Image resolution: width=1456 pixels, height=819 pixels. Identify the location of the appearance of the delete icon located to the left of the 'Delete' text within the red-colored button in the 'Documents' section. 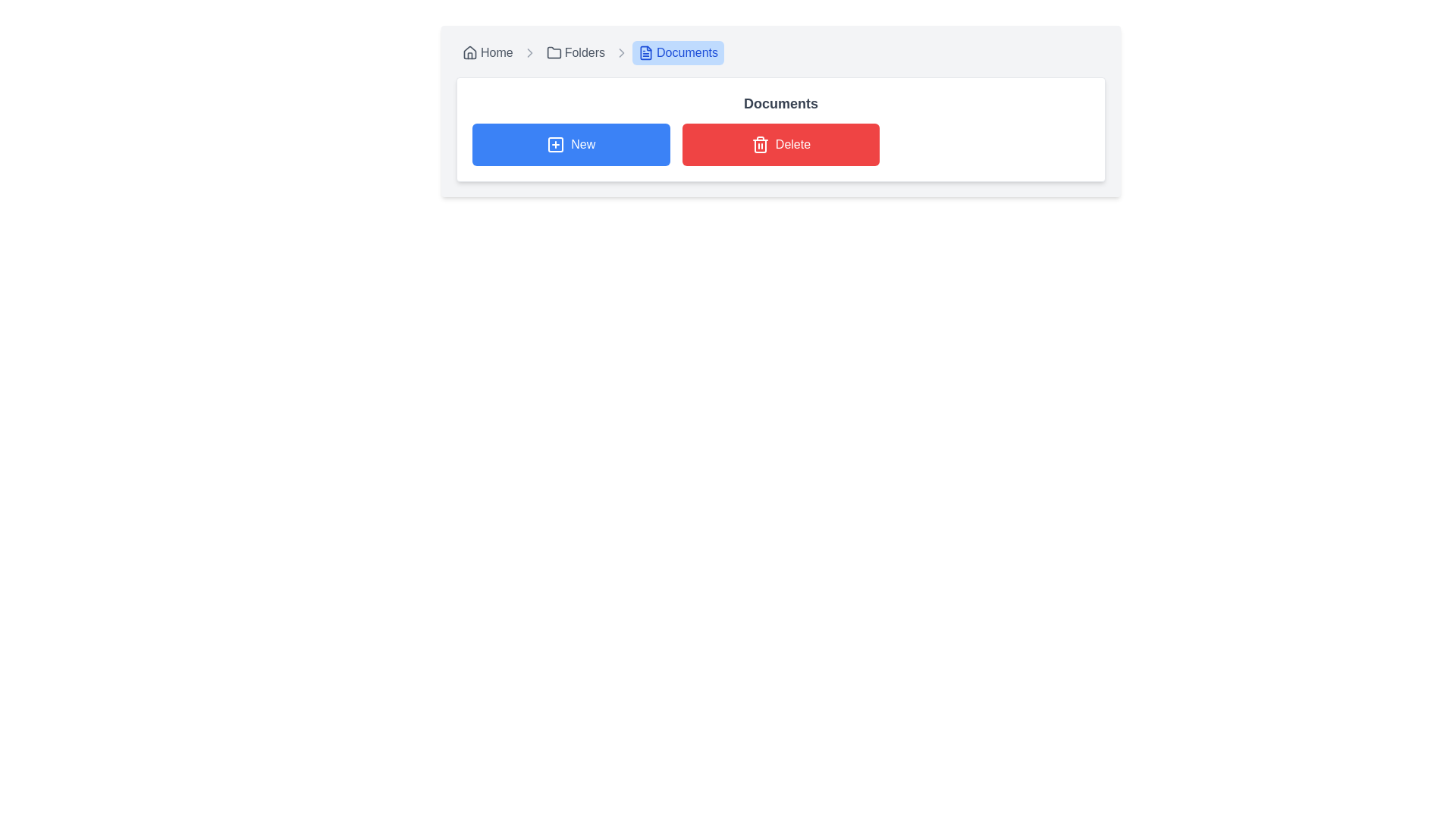
(760, 145).